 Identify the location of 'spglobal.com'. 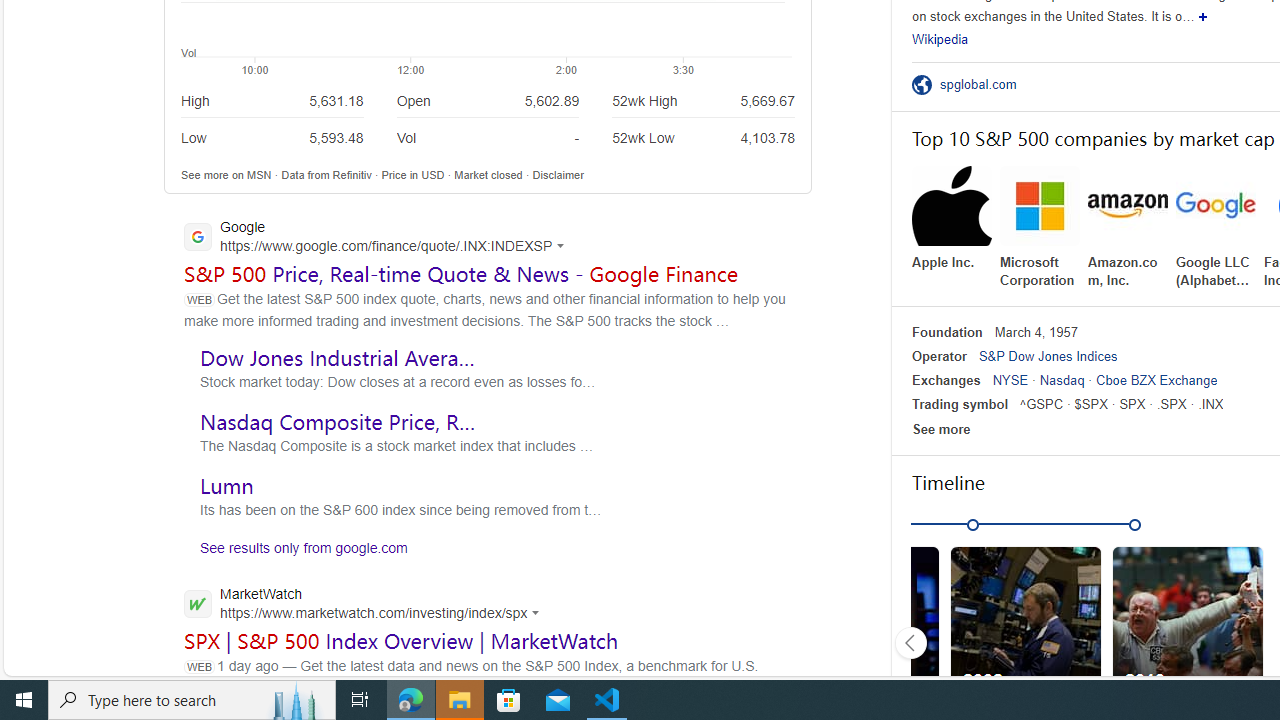
(984, 83).